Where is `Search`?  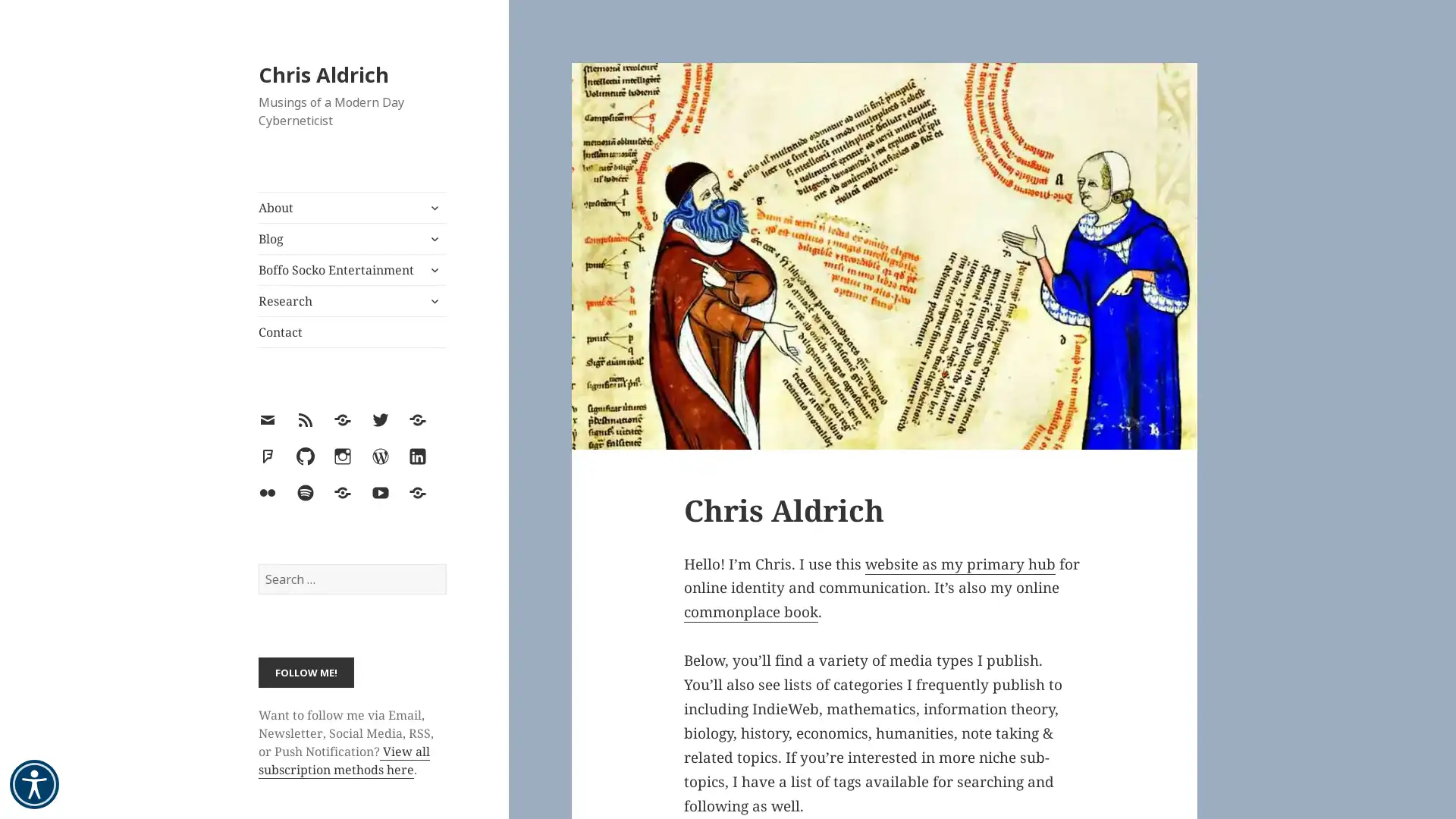 Search is located at coordinates (444, 563).